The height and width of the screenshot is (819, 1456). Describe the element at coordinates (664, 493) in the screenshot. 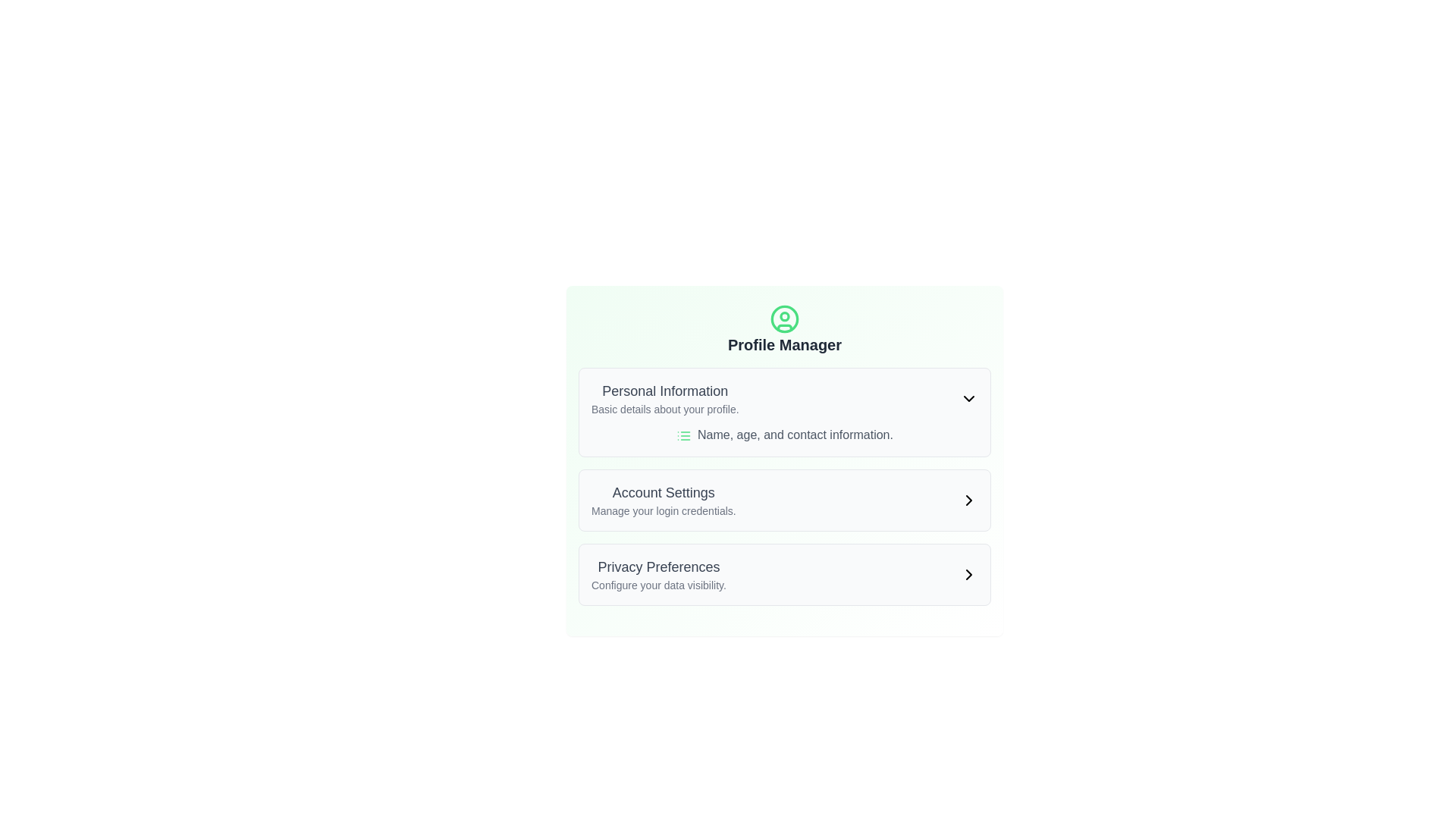

I see `the text label displaying 'Account Settings', which is styled in gray and larger font, positioned above the subtitle 'Manage your login credentials'` at that location.